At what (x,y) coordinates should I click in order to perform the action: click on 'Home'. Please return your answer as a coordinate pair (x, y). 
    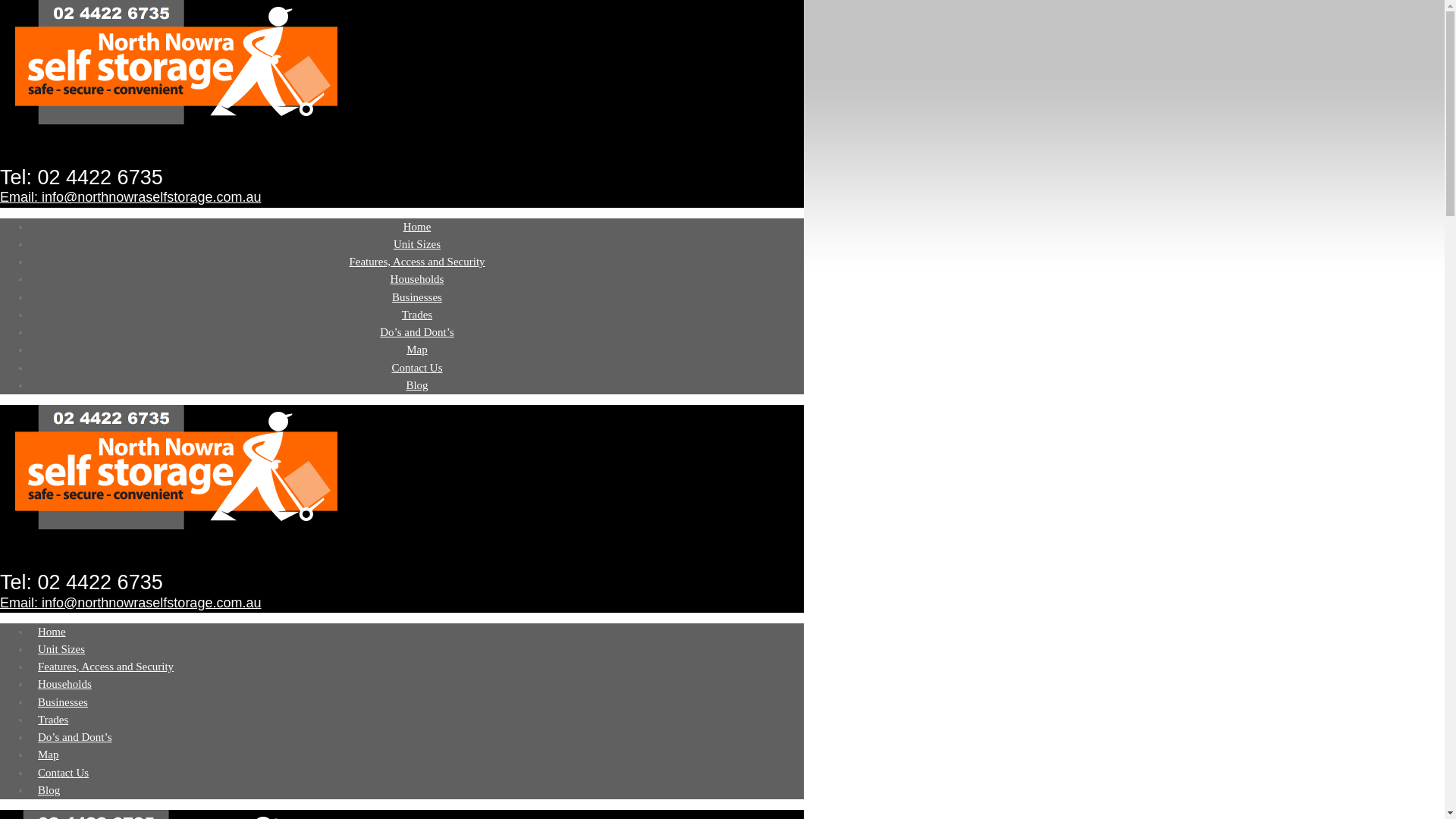
    Looking at the image, I should click on (417, 227).